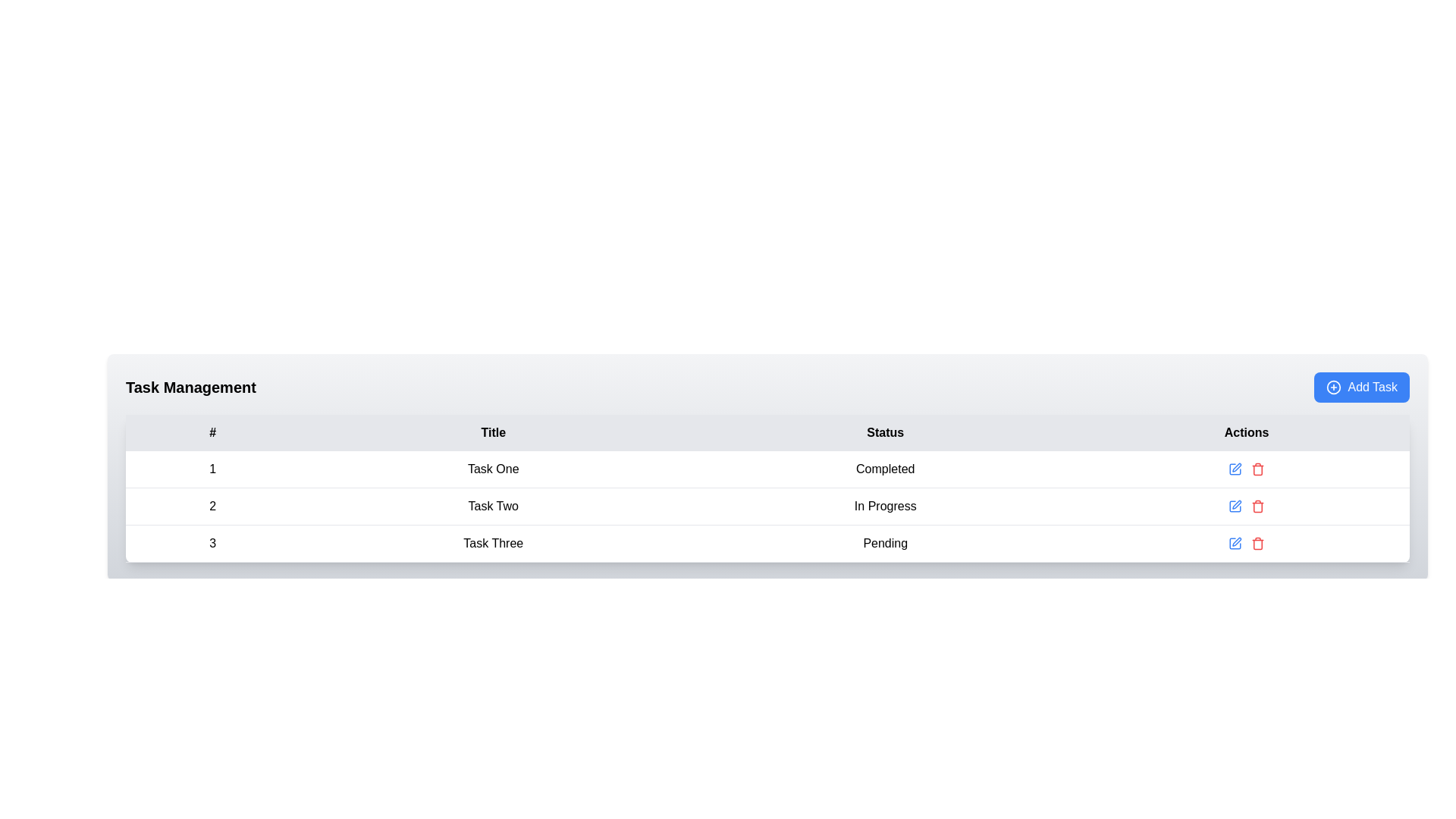 This screenshot has width=1456, height=819. Describe the element at coordinates (1333, 386) in the screenshot. I see `the icon inside the 'Add Task' button located at the top-right corner of the user interface` at that location.